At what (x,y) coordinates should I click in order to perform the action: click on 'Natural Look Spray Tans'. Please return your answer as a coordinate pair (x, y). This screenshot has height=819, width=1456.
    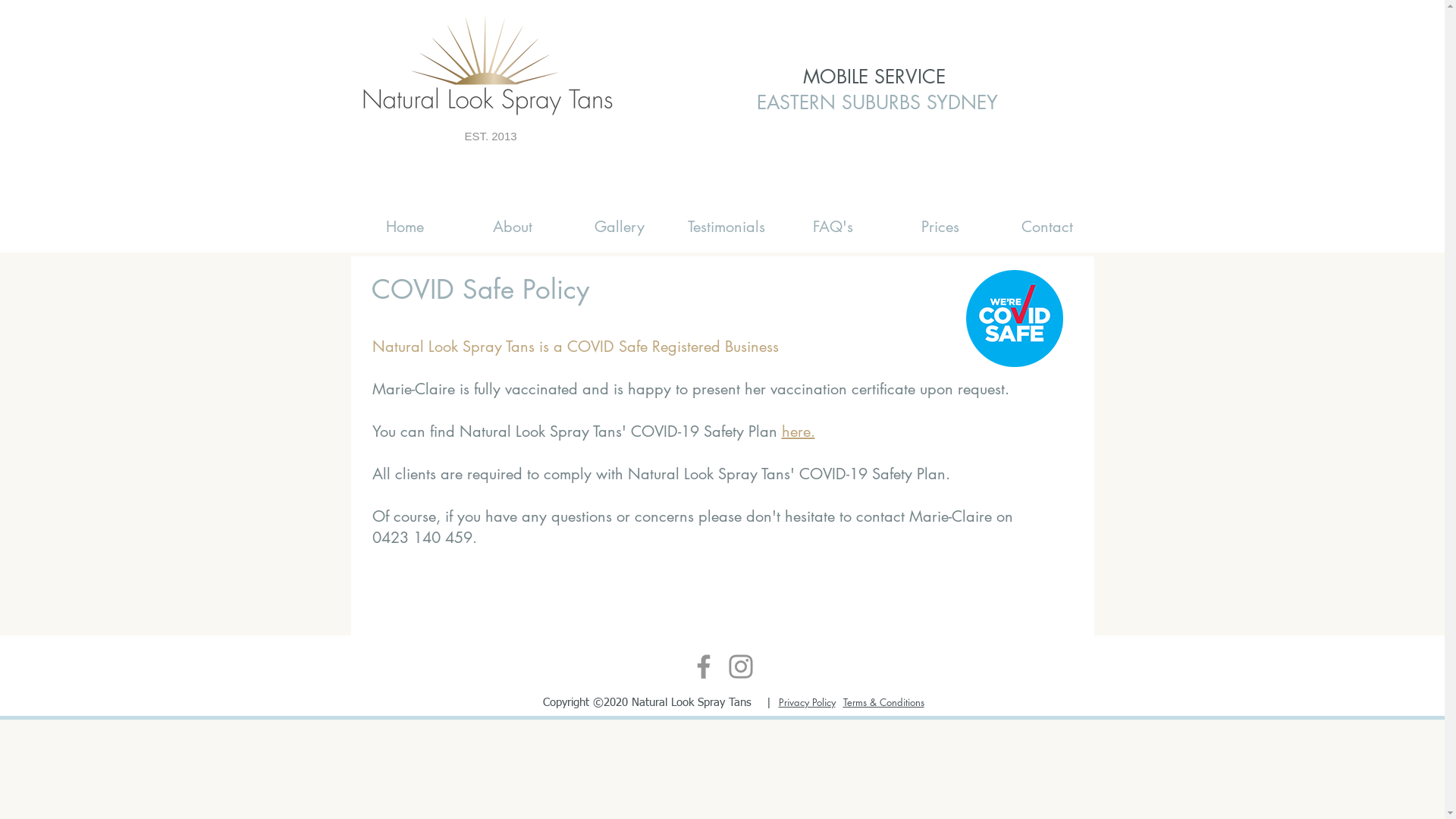
    Looking at the image, I should click on (488, 66).